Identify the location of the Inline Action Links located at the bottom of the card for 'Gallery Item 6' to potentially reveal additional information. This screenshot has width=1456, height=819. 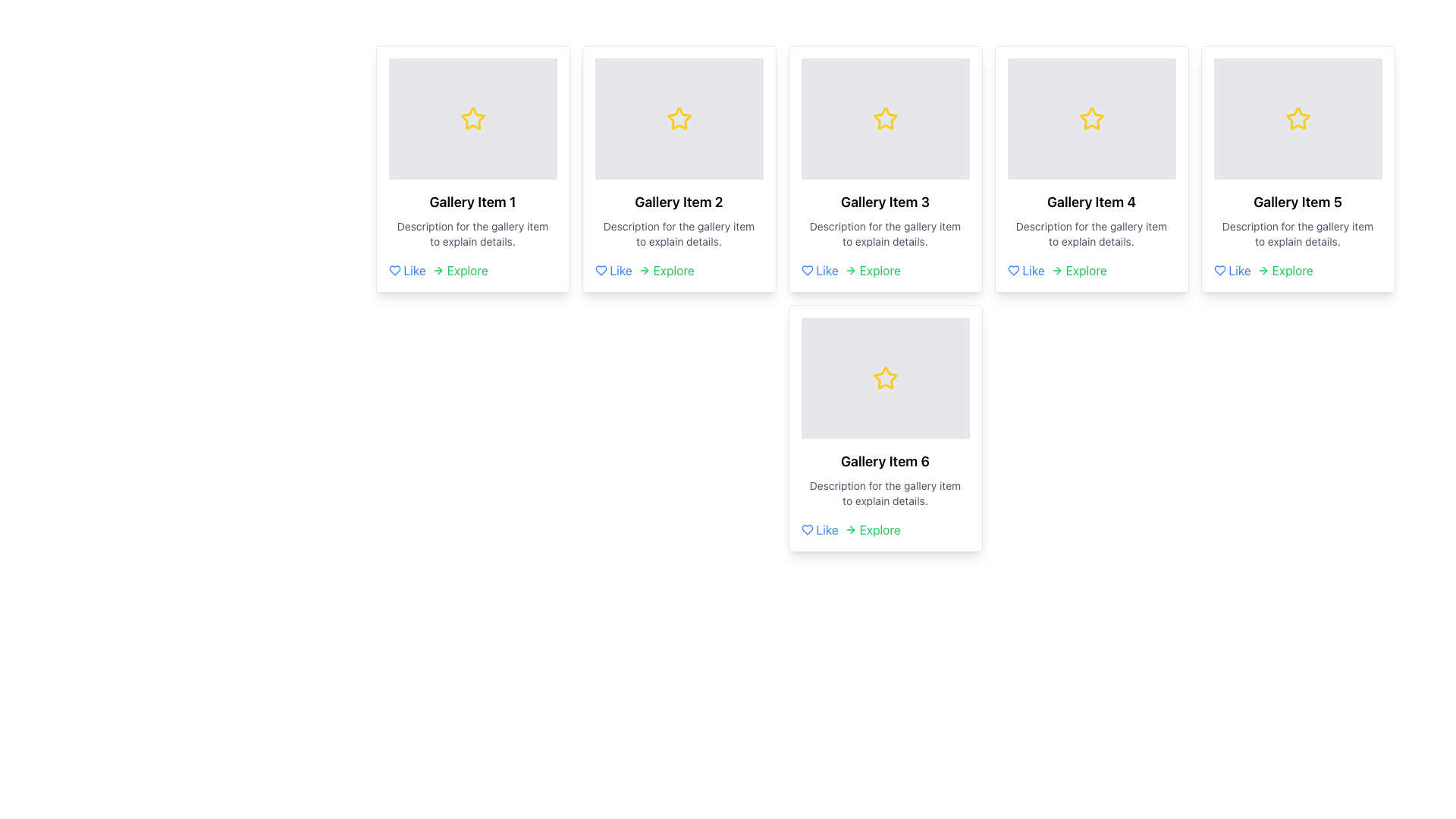
(885, 529).